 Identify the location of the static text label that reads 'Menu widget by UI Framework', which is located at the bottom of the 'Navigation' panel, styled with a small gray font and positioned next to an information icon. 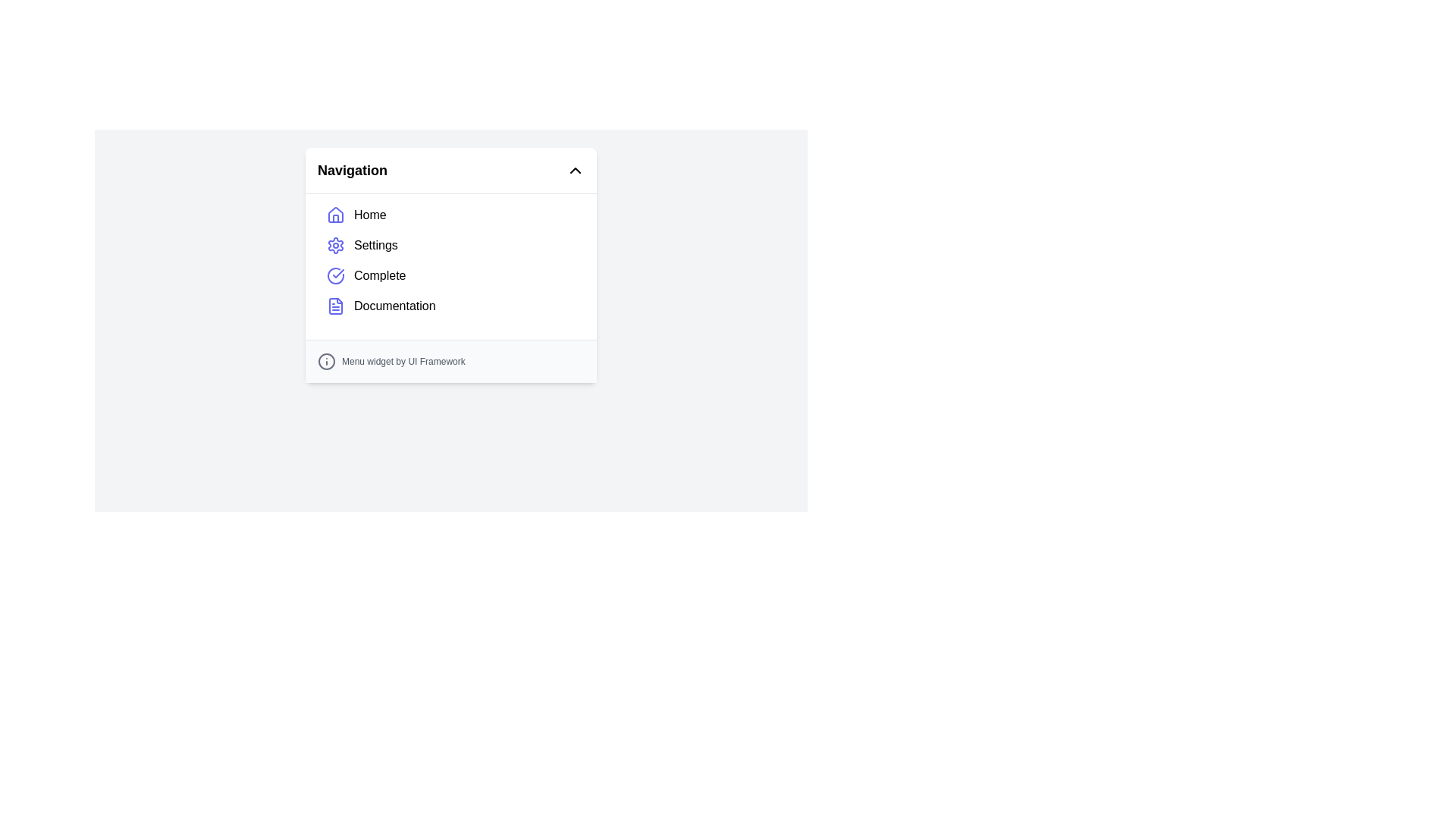
(403, 362).